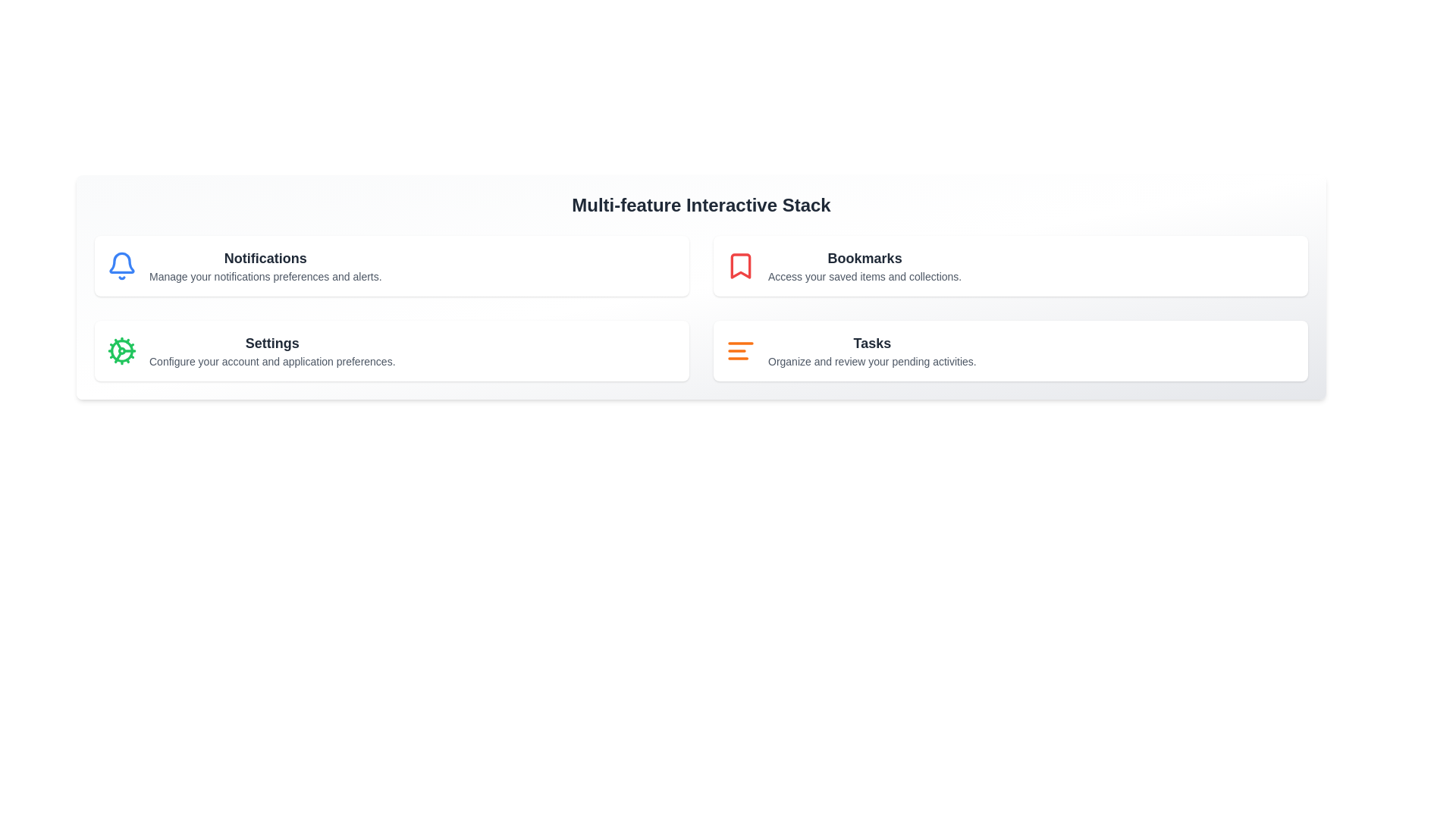 This screenshot has width=1456, height=819. What do you see at coordinates (872, 350) in the screenshot?
I see `the 'Tasks' label and description element, which consists of a bold heading and a lighter descriptive text, located in the third box of the right column under 'Multi-feature Interactive Stack'` at bounding box center [872, 350].